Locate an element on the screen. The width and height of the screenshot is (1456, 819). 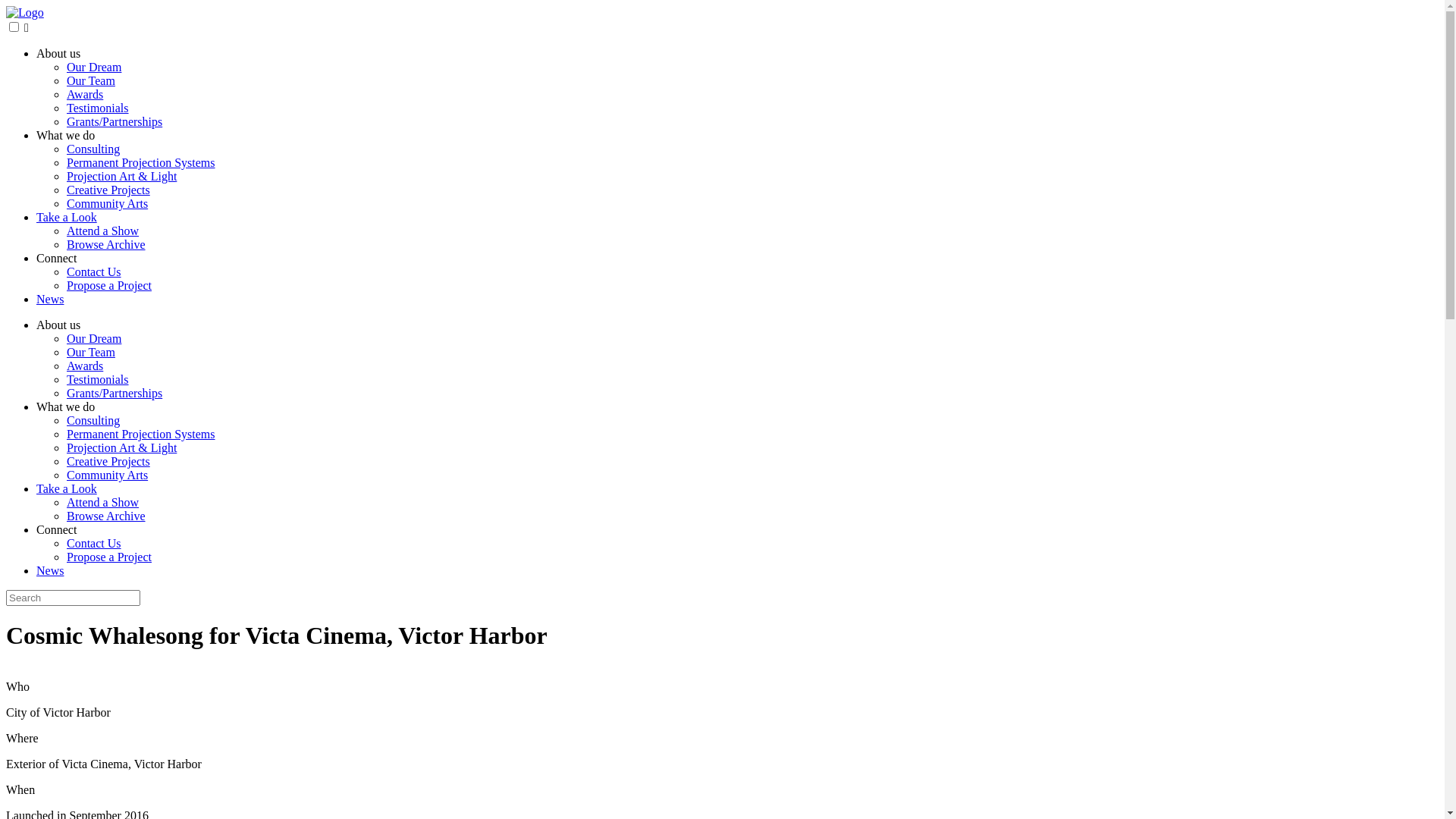
'Contact Us' is located at coordinates (65, 271).